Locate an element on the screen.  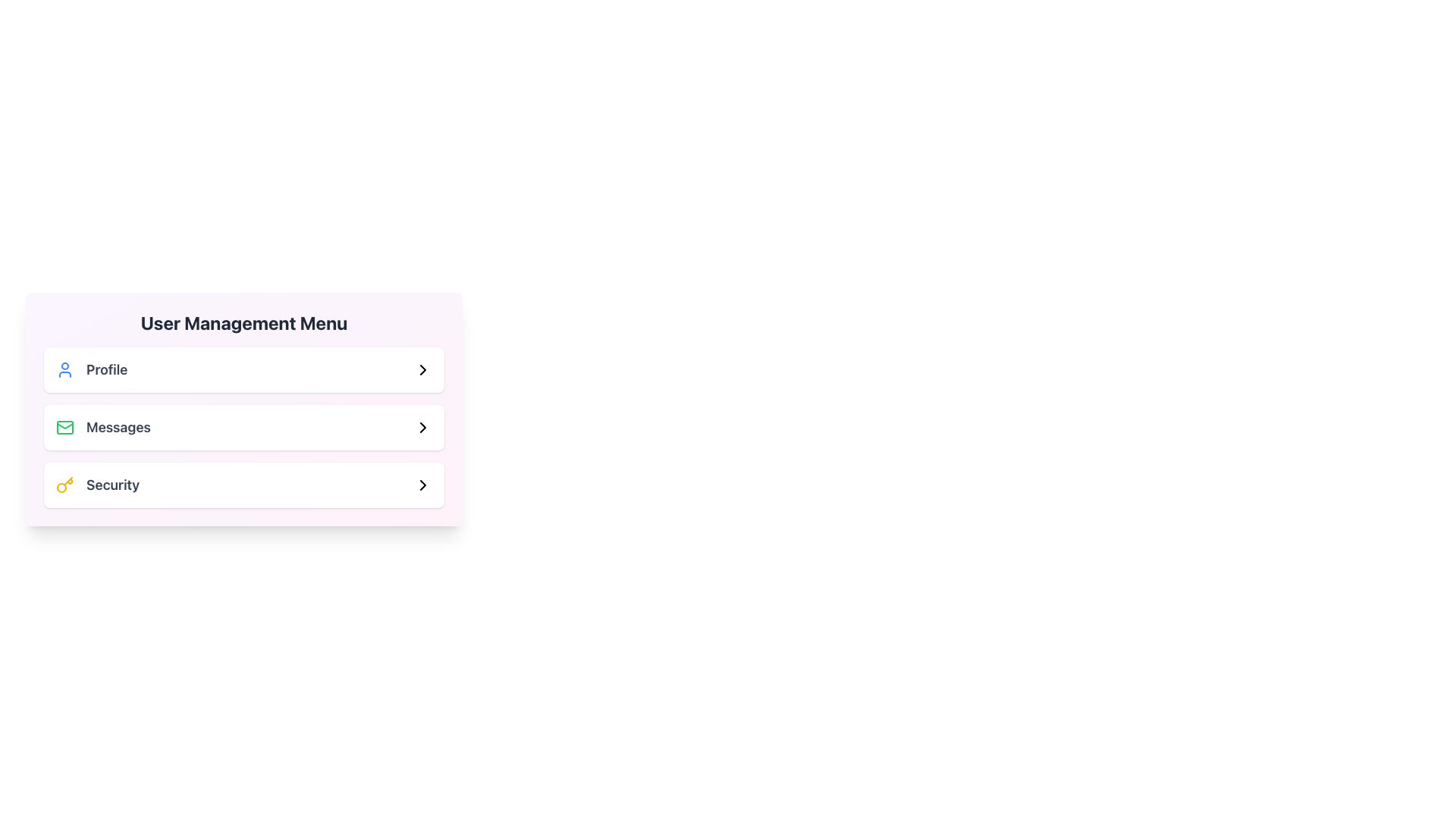
the text label displaying 'Security', which is styled with a larger font size and bold weight, located within the 'User Management Menu' section is located at coordinates (111, 485).